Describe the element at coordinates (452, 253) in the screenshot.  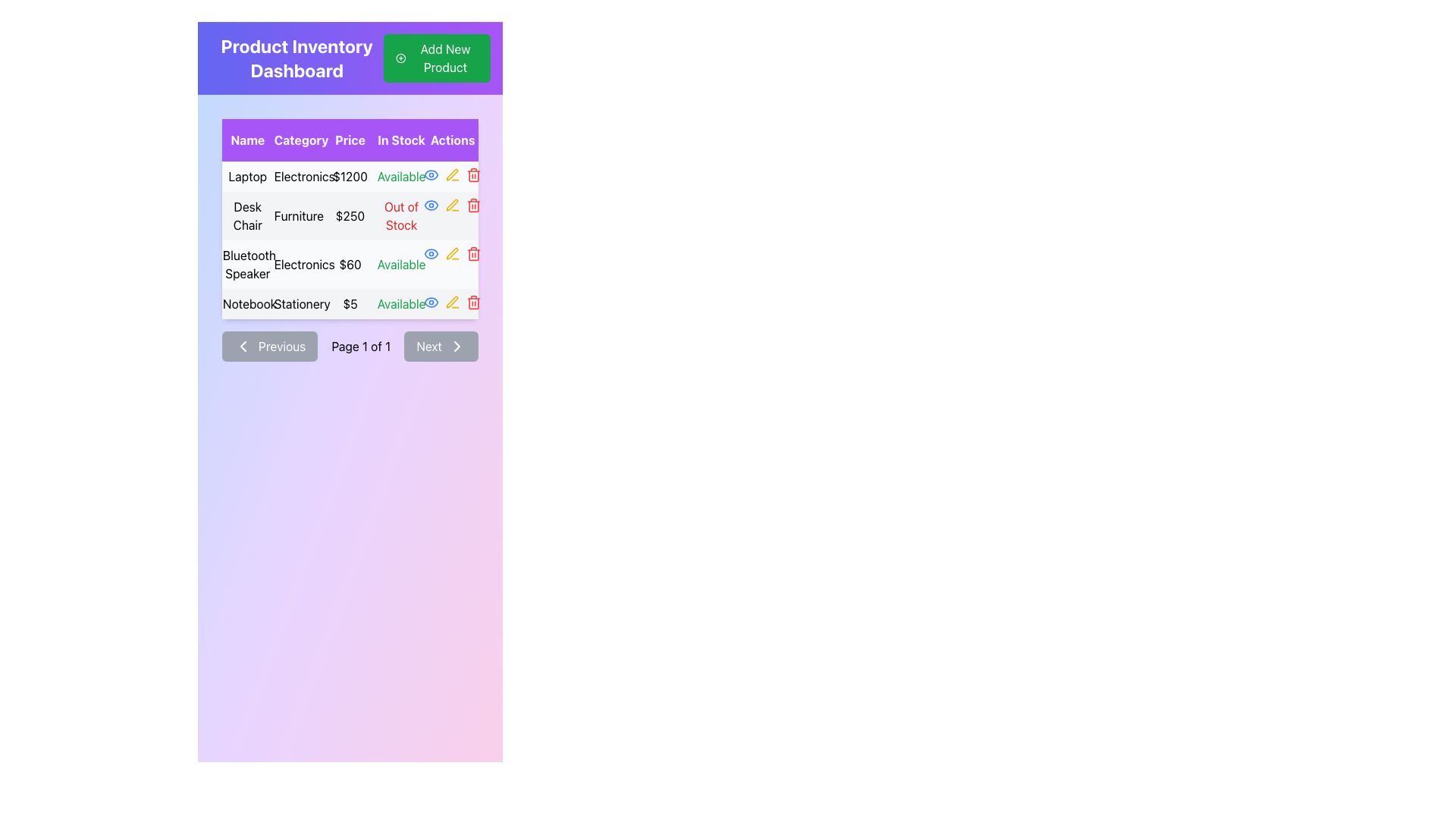
I see `the pencil icon in the 'Actions' column for the product 'Bluetooth Speaker' to change its color` at that location.